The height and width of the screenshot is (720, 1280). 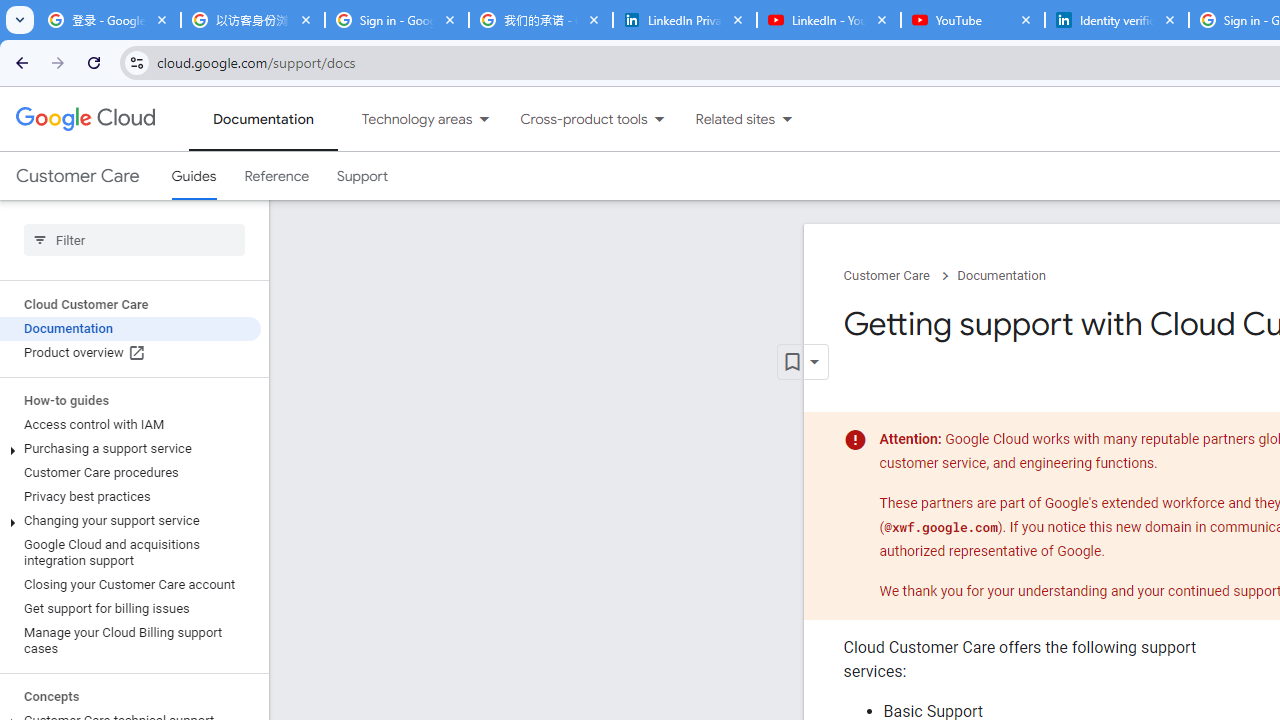 I want to click on 'Customer Care chevron_right', so click(x=899, y=276).